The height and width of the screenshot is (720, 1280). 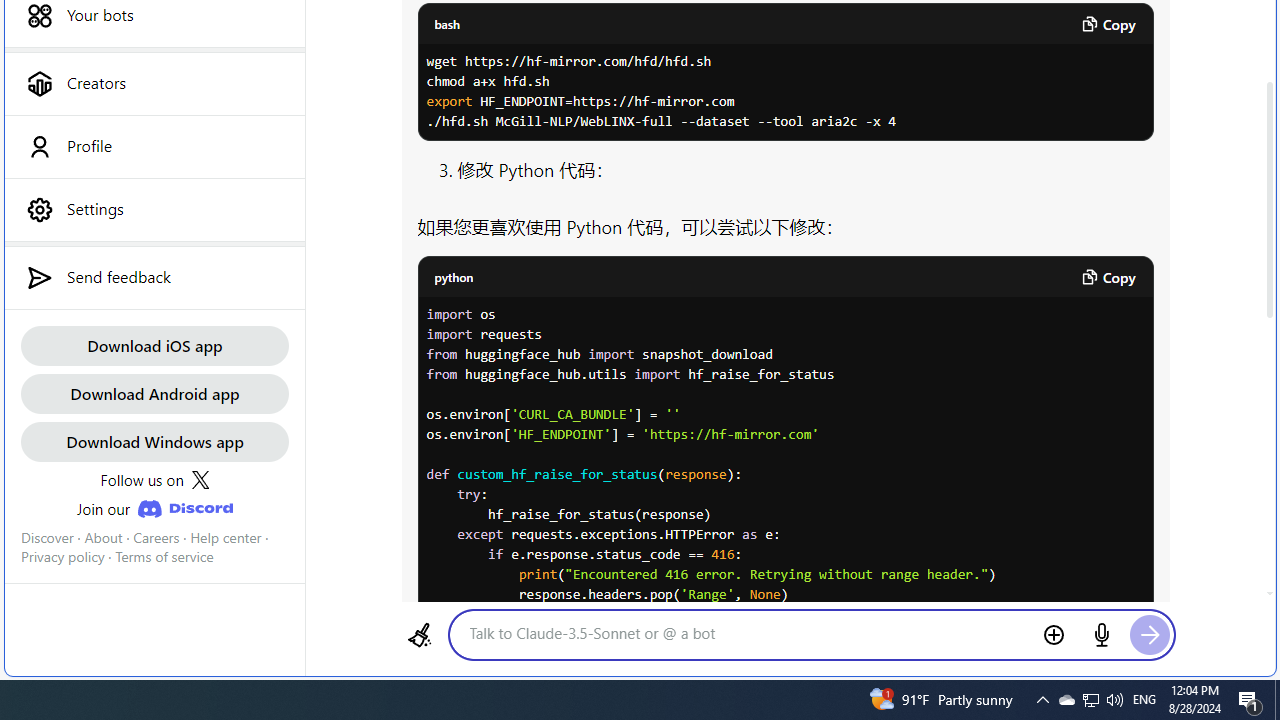 What do you see at coordinates (153, 145) in the screenshot?
I see `'Profile'` at bounding box center [153, 145].